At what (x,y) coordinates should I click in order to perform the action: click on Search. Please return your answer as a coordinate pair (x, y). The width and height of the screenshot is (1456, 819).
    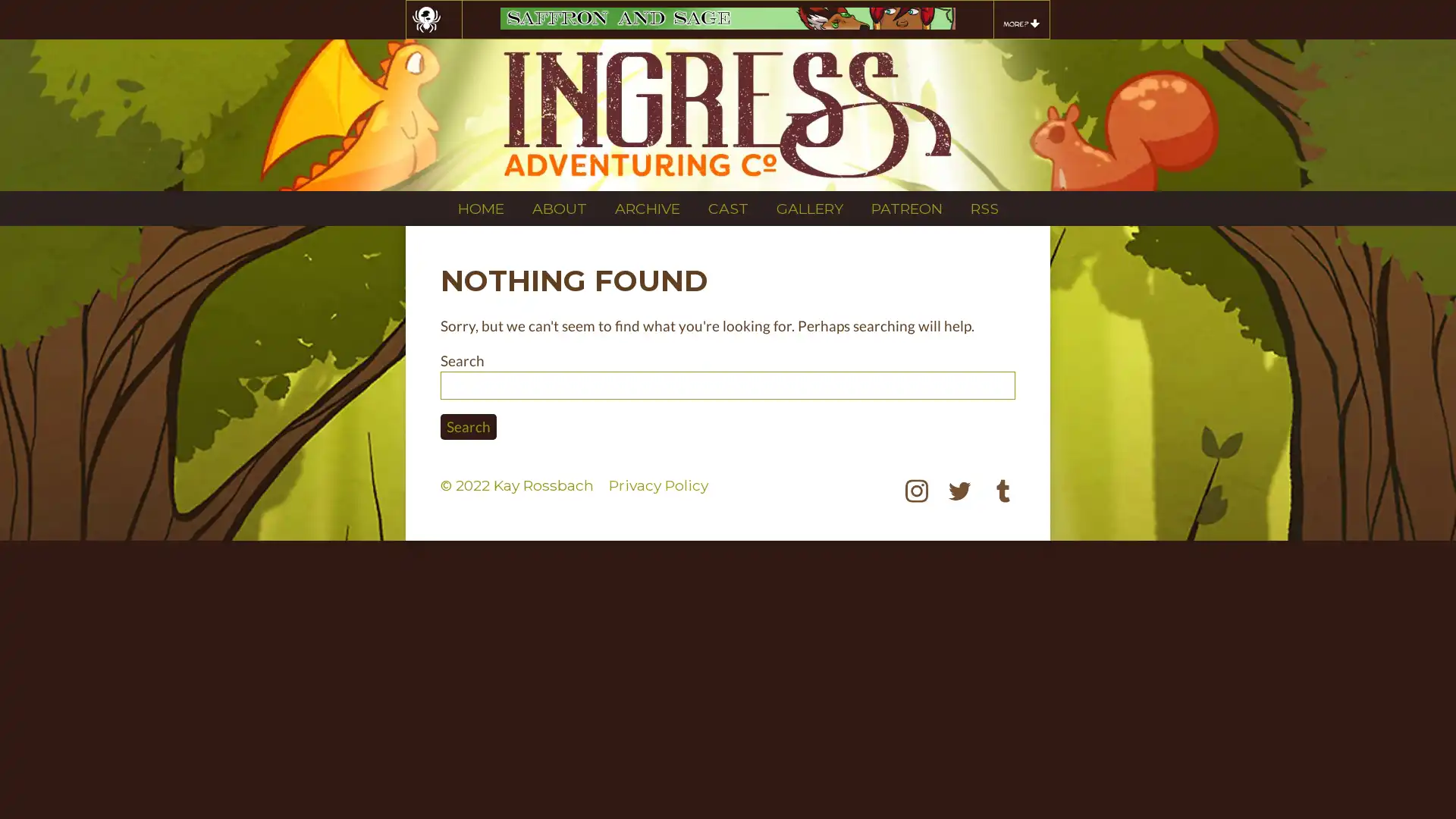
    Looking at the image, I should click on (468, 426).